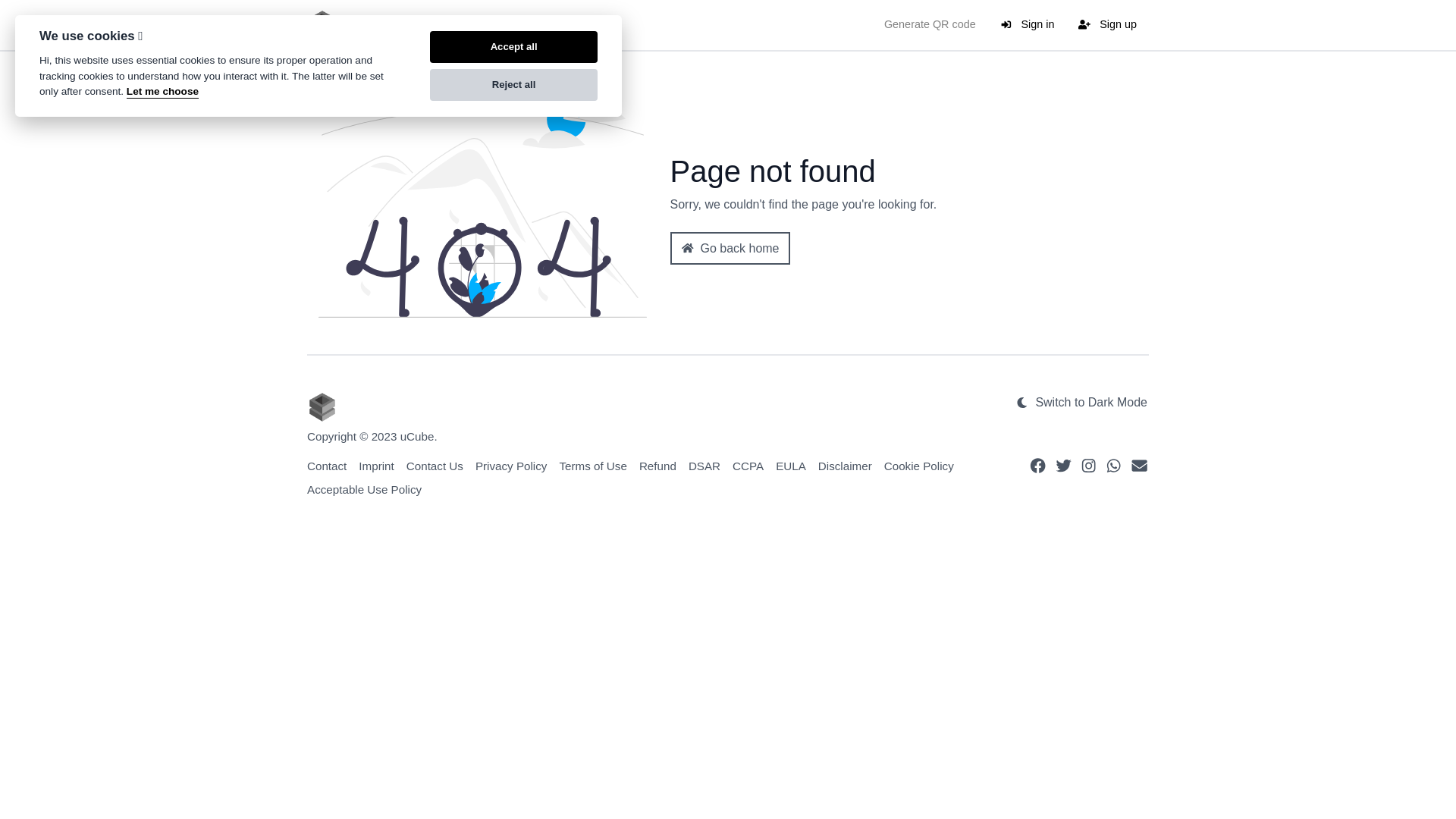 The width and height of the screenshot is (1456, 819). I want to click on 'Privacy Policy', so click(511, 465).